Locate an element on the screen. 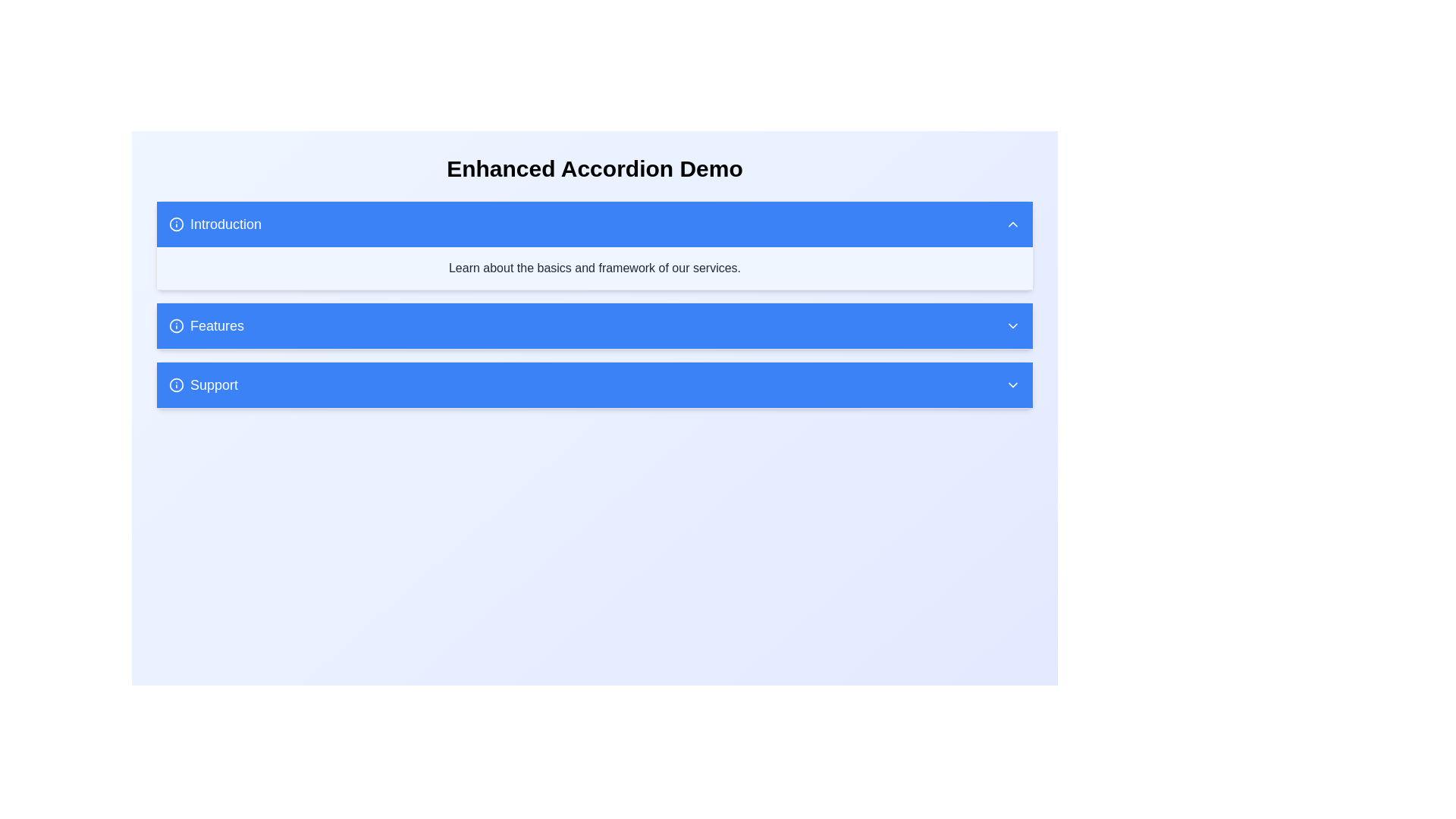 Image resolution: width=1456 pixels, height=819 pixels. the circular icon with an 'i' symbol located to the left of the text 'Features' is located at coordinates (177, 325).